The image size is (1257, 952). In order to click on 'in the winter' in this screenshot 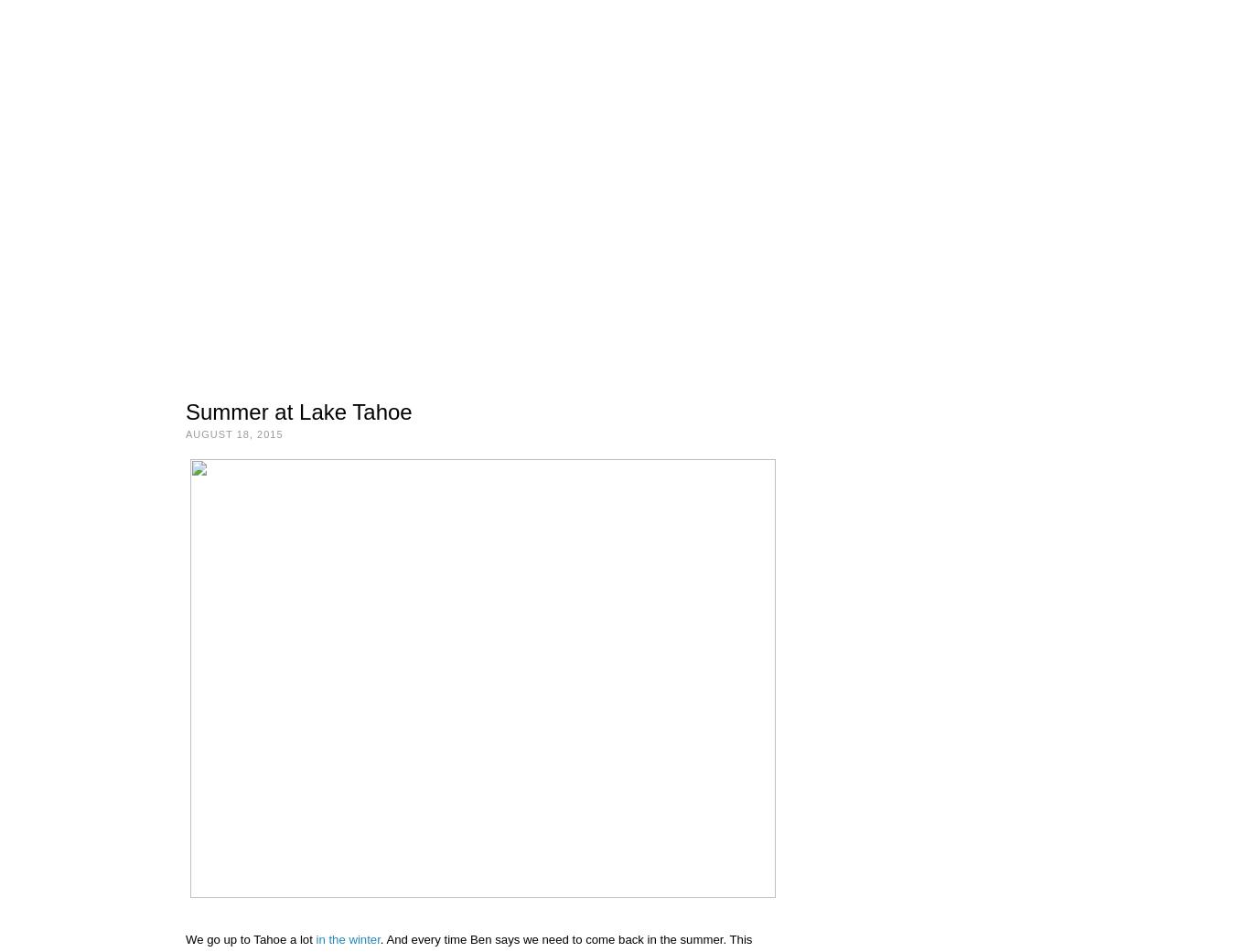, I will do `click(348, 939)`.